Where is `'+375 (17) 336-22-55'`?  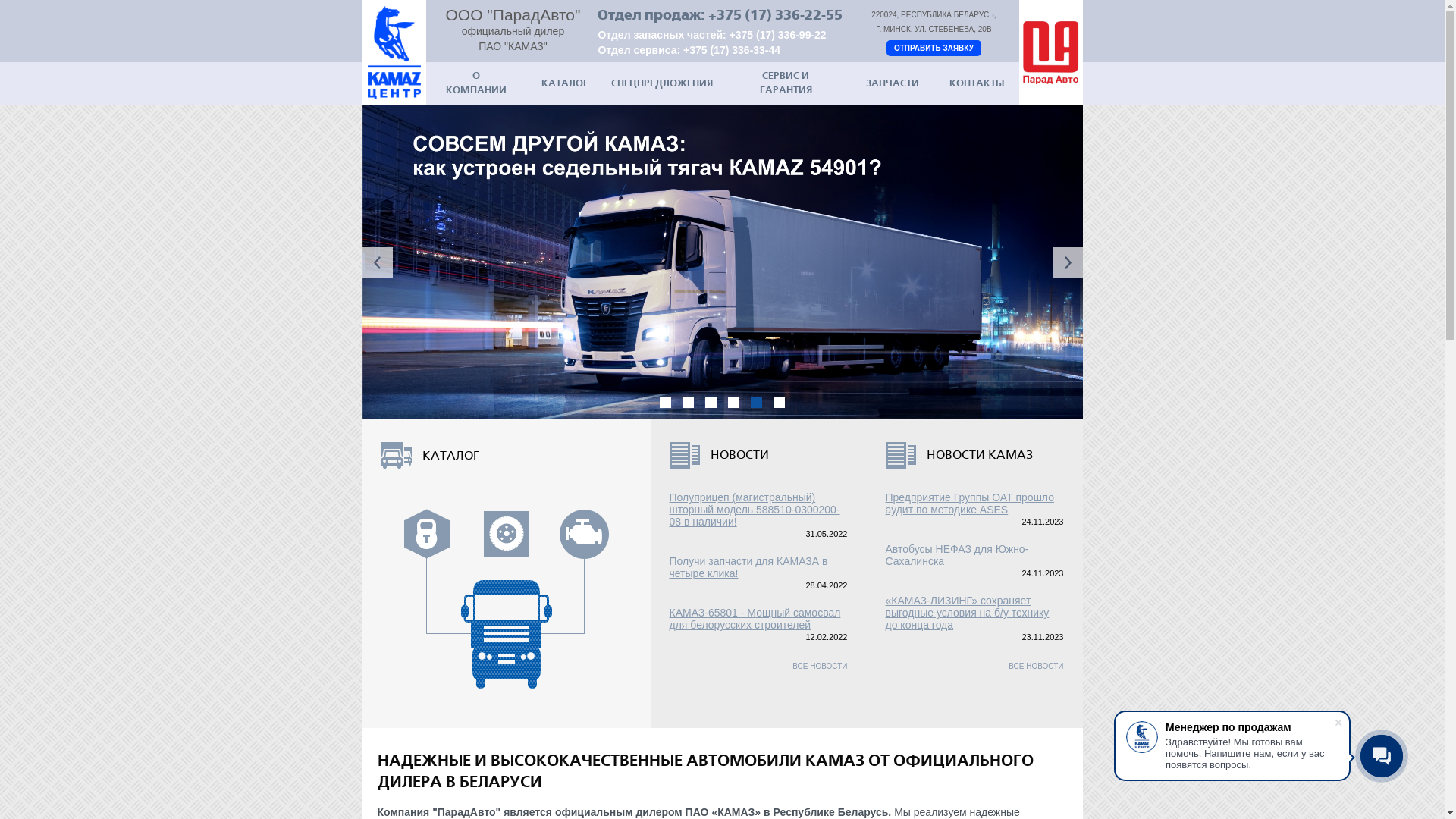 '+375 (17) 336-22-55' is located at coordinates (775, 14).